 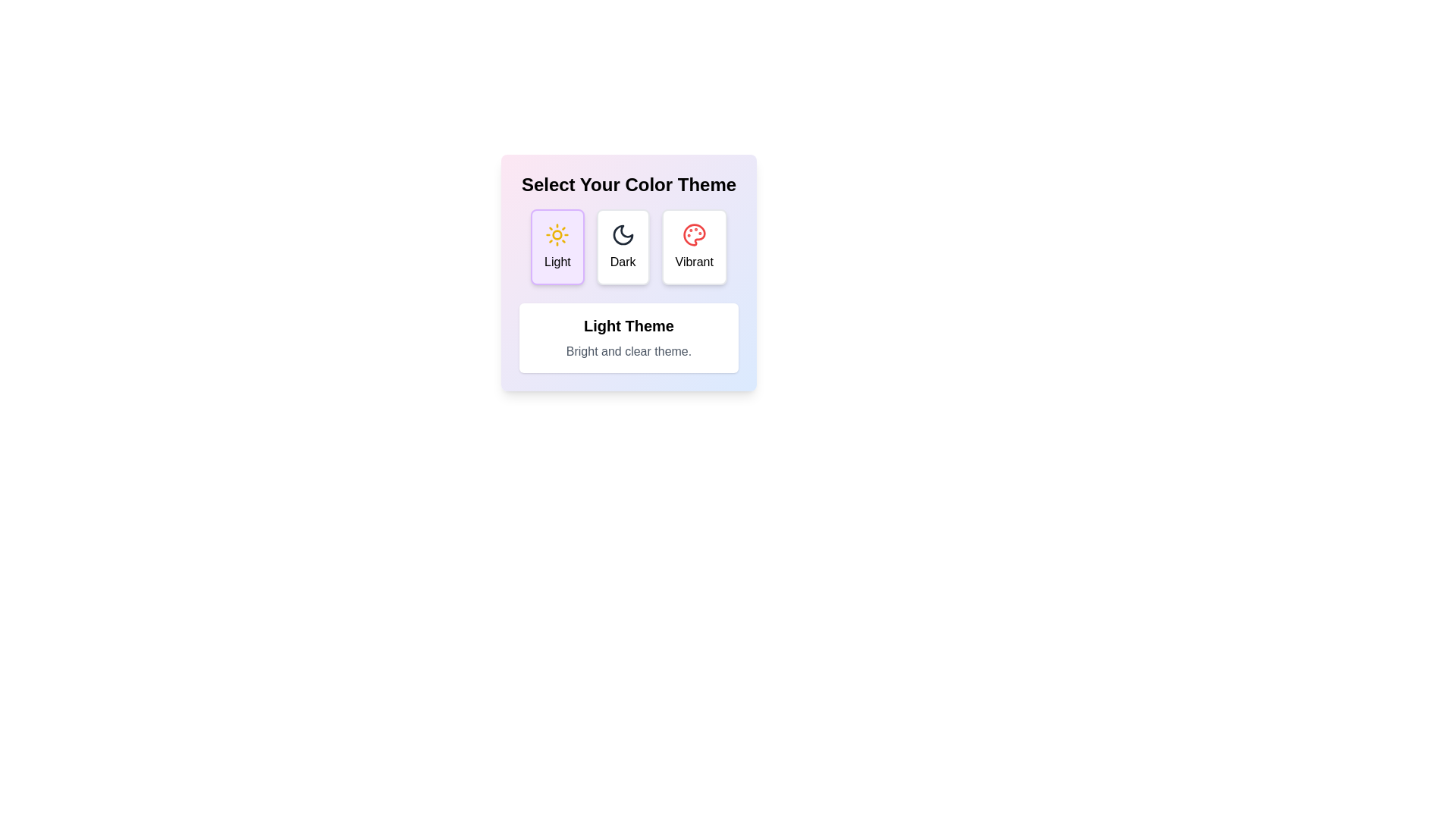 What do you see at coordinates (629, 246) in the screenshot?
I see `the 'Dark' theme button located centrally below the heading 'Select Your Color Theme' and above the description titled 'Light Theme'` at bounding box center [629, 246].